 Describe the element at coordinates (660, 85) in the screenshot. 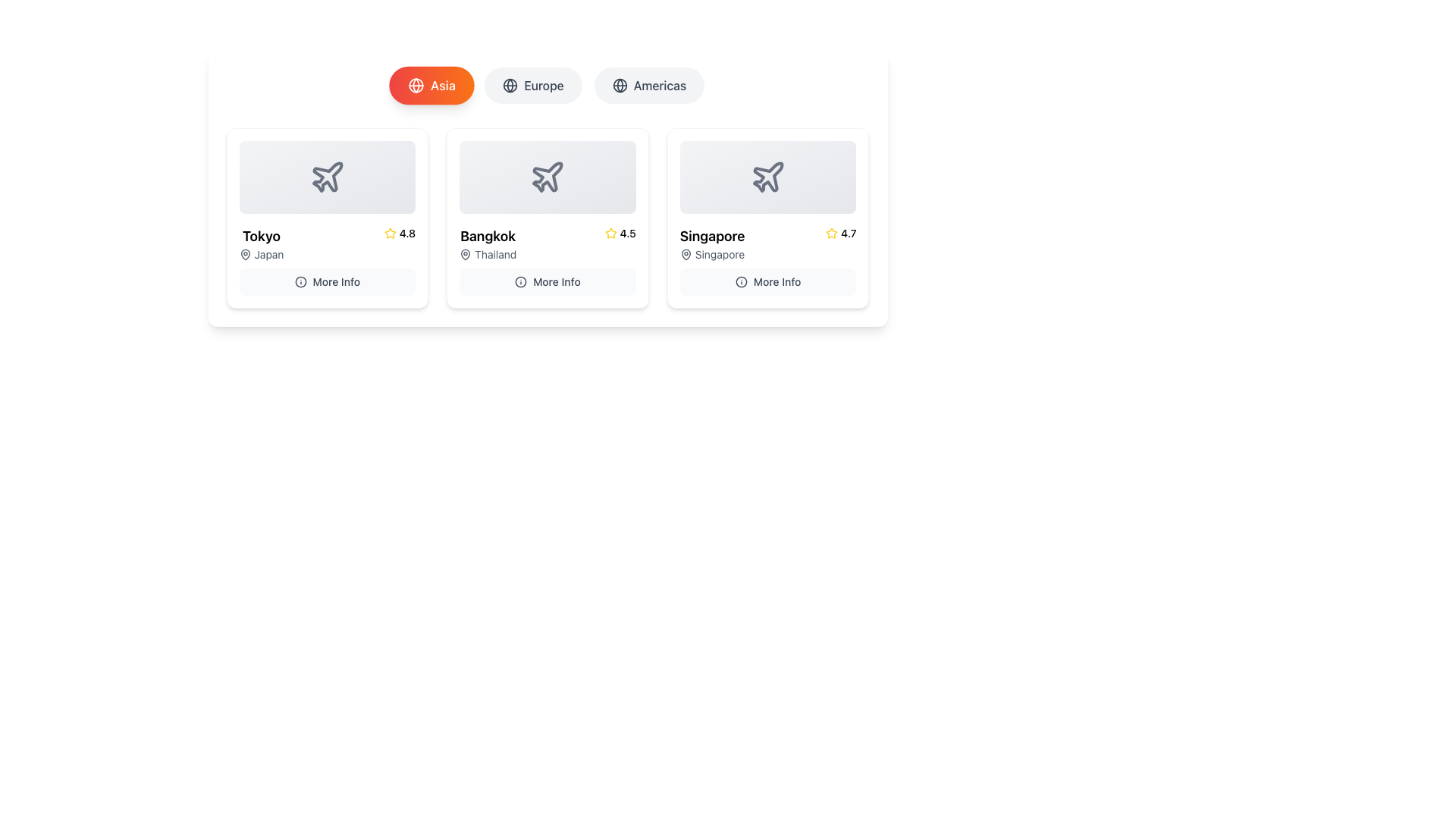

I see `text label for the 'Americas' section, which is part of a clickable button located at the top-center of the interface` at that location.